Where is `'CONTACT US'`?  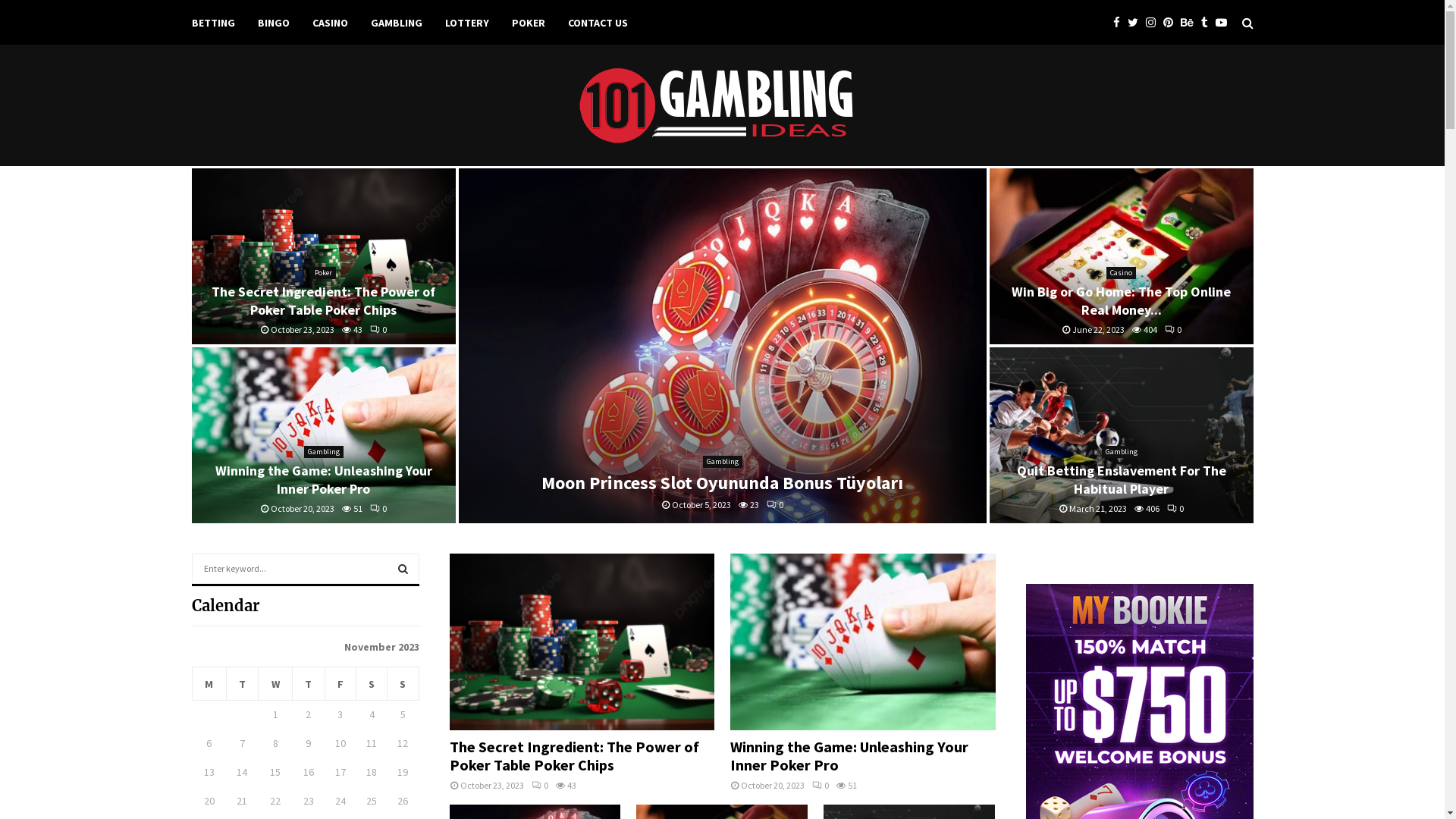
'CONTACT US' is located at coordinates (566, 23).